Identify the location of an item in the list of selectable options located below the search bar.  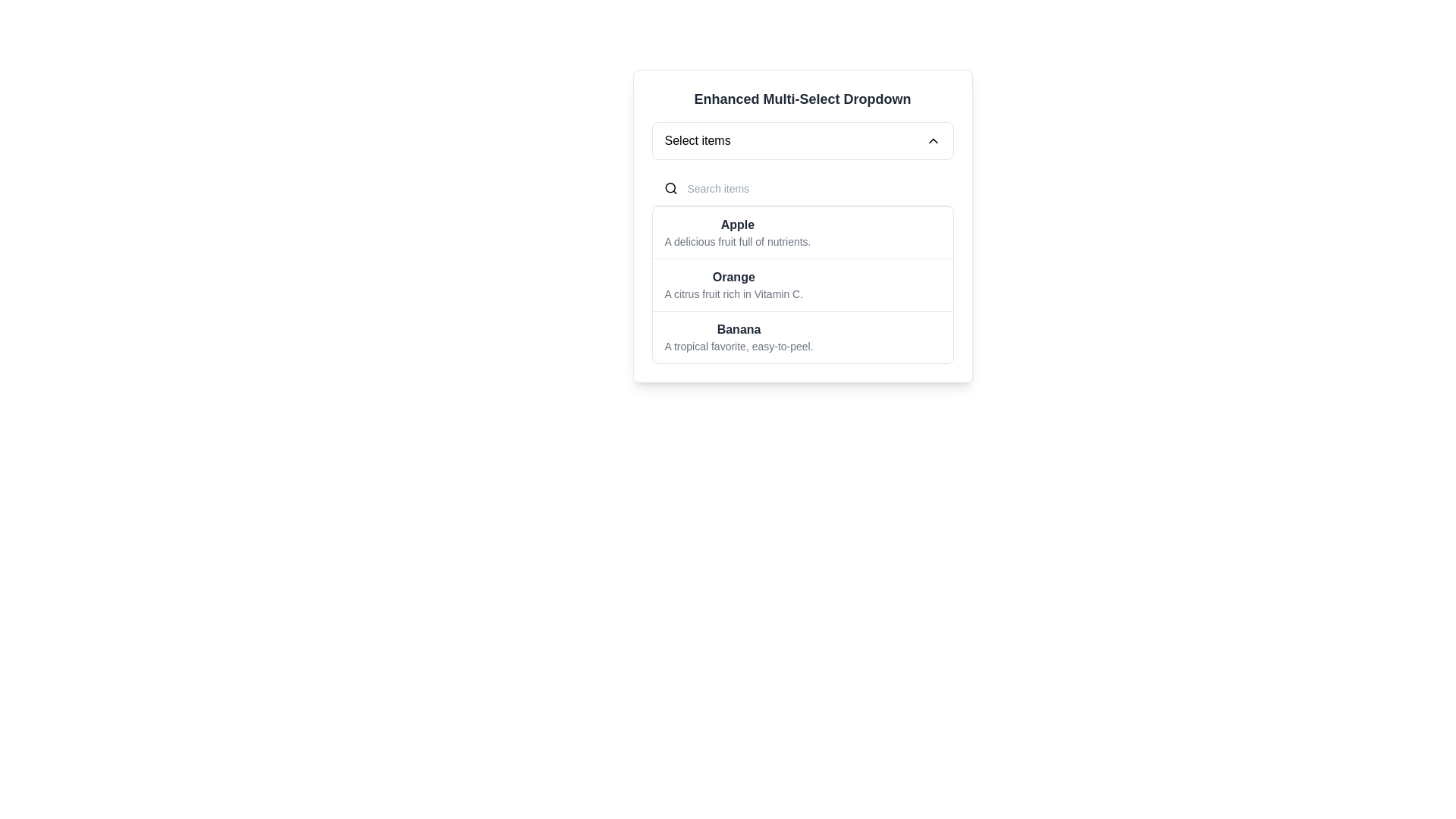
(802, 267).